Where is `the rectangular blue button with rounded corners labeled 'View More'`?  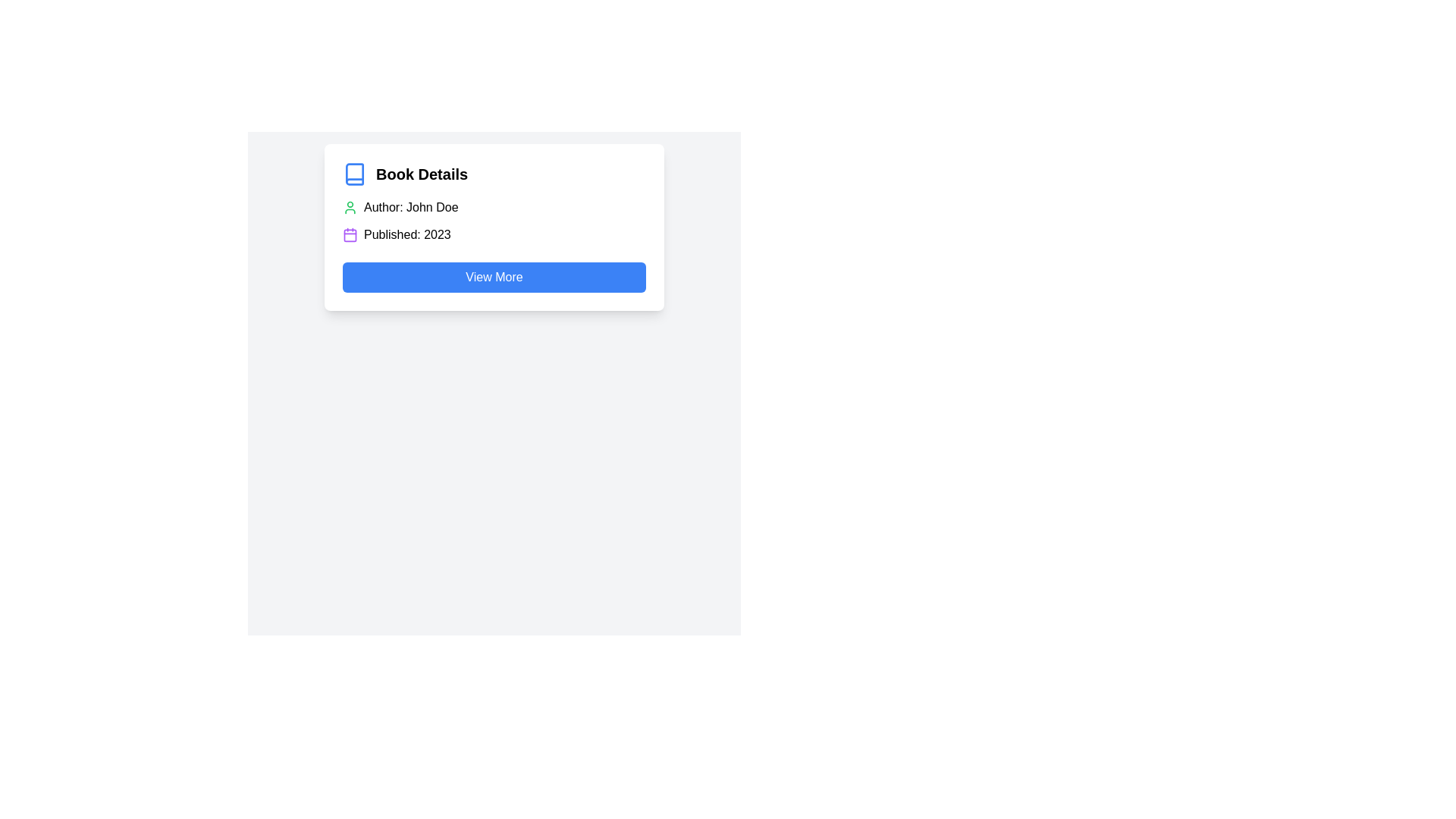
the rectangular blue button with rounded corners labeled 'View More' is located at coordinates (494, 278).